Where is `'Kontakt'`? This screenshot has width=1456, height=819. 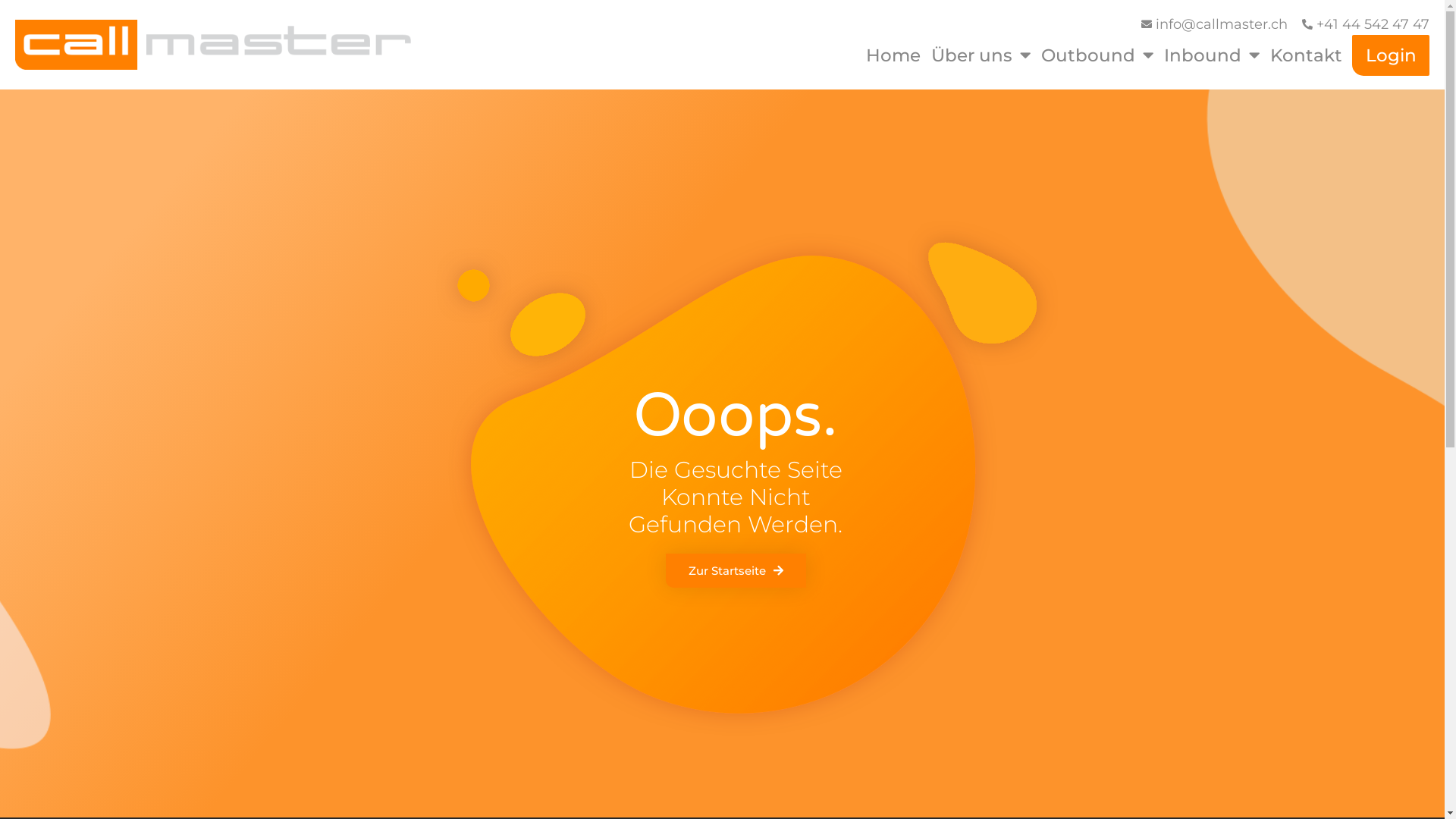 'Kontakt' is located at coordinates (1267, 55).